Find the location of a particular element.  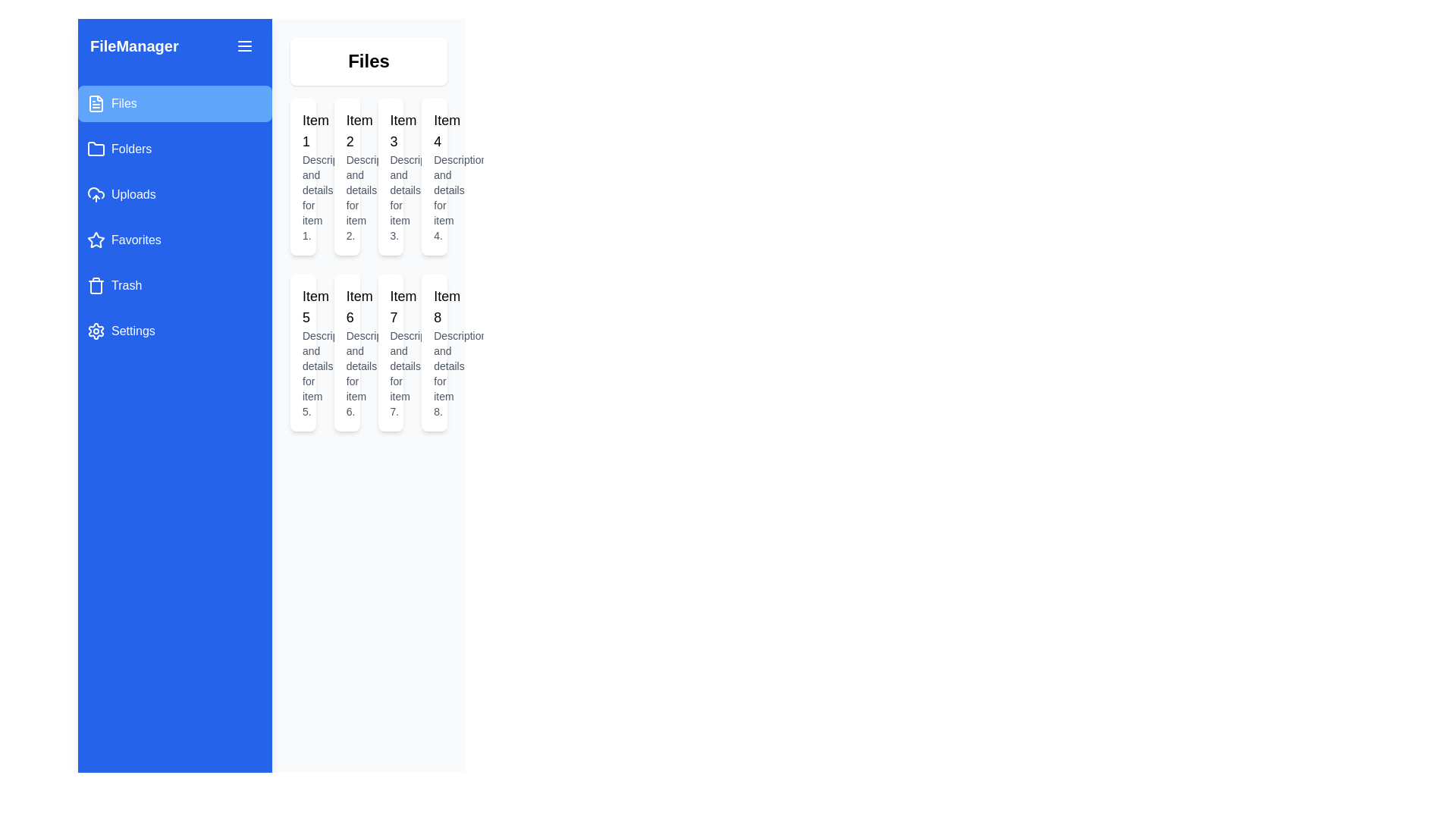

the descriptive text label located in the top row, second column of the grid layout, which provides additional information about 'Item 2' is located at coordinates (346, 197).